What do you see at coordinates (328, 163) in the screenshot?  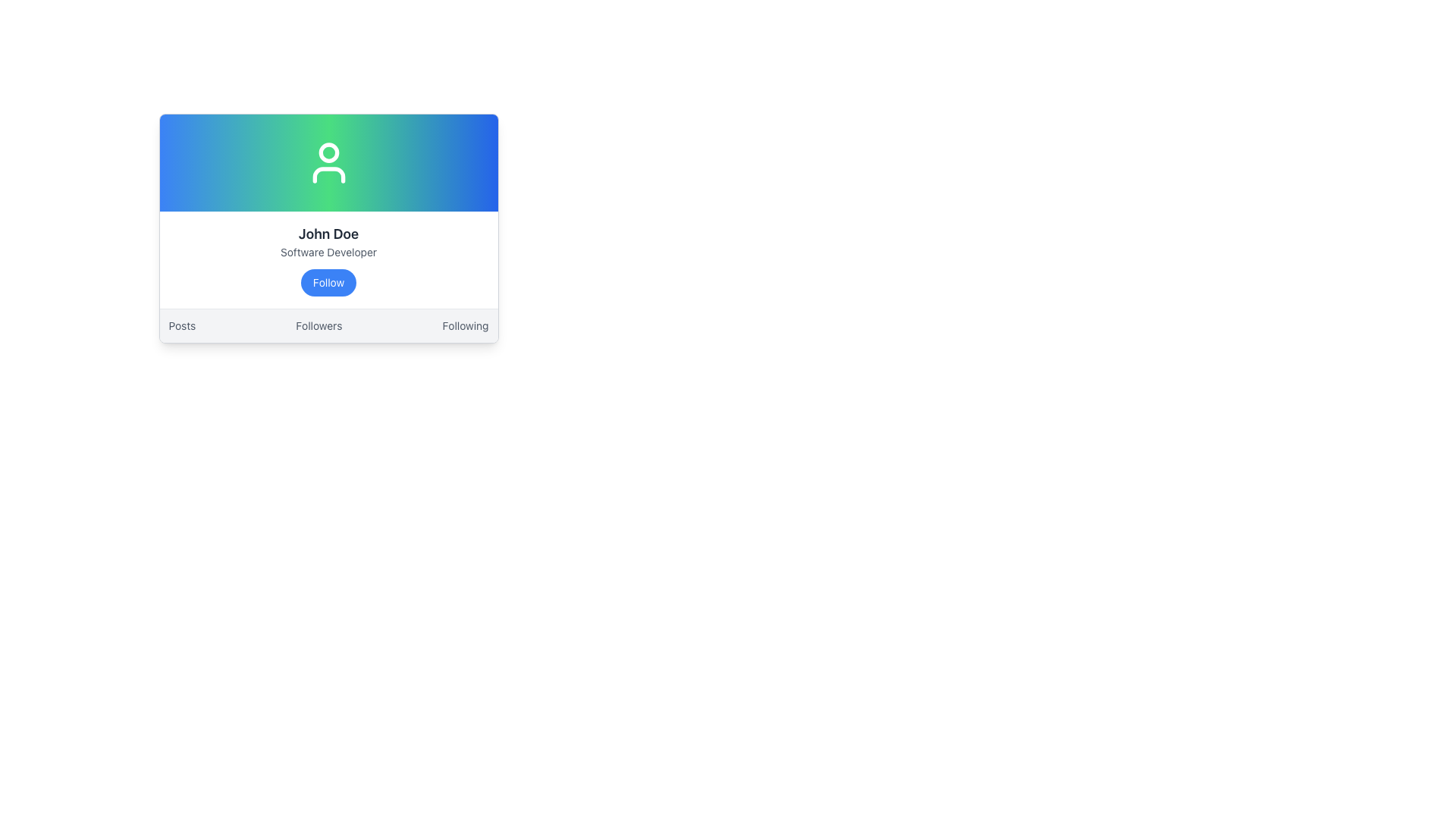 I see `the Decorative header section, which features a gradient background and a central white user icon, located at the top of the profile card above 'John Doe'` at bounding box center [328, 163].